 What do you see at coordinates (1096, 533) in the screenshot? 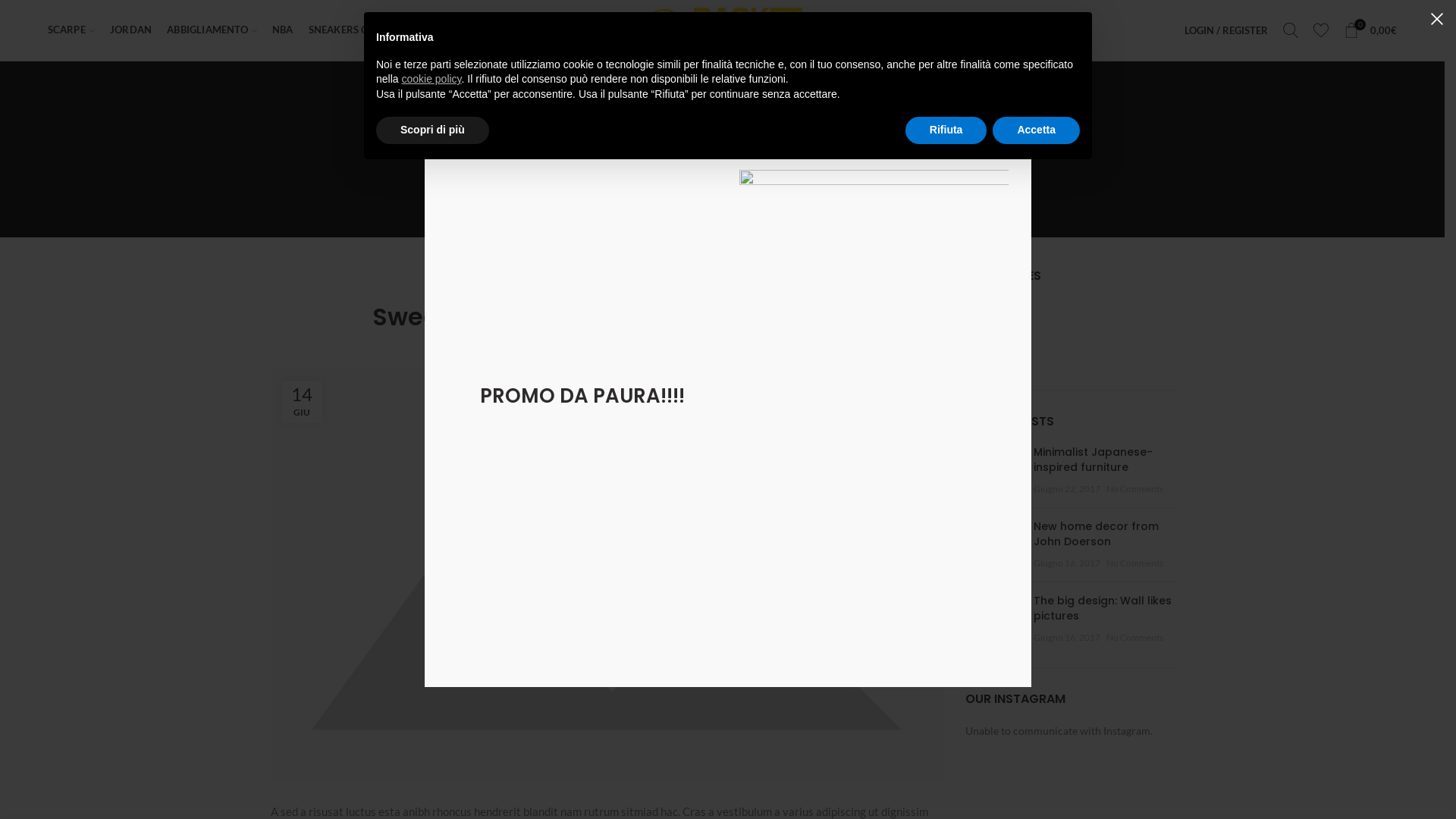
I see `'New home decor from John Doerson'` at bounding box center [1096, 533].